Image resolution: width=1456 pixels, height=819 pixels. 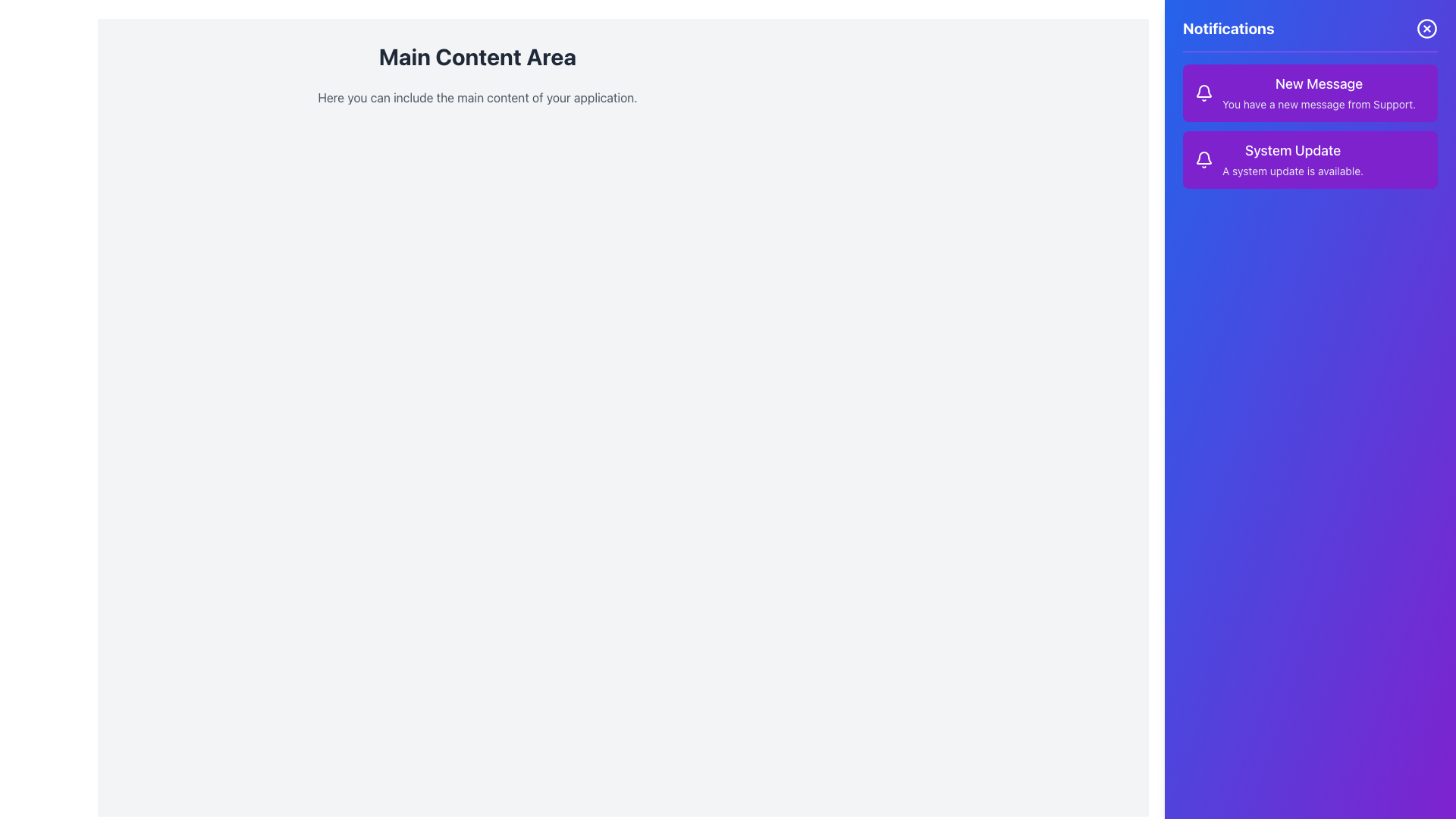 I want to click on the text label that serves as the title of a notification in the 'Notifications' panel, located at the top of the notification card, so click(x=1318, y=84).